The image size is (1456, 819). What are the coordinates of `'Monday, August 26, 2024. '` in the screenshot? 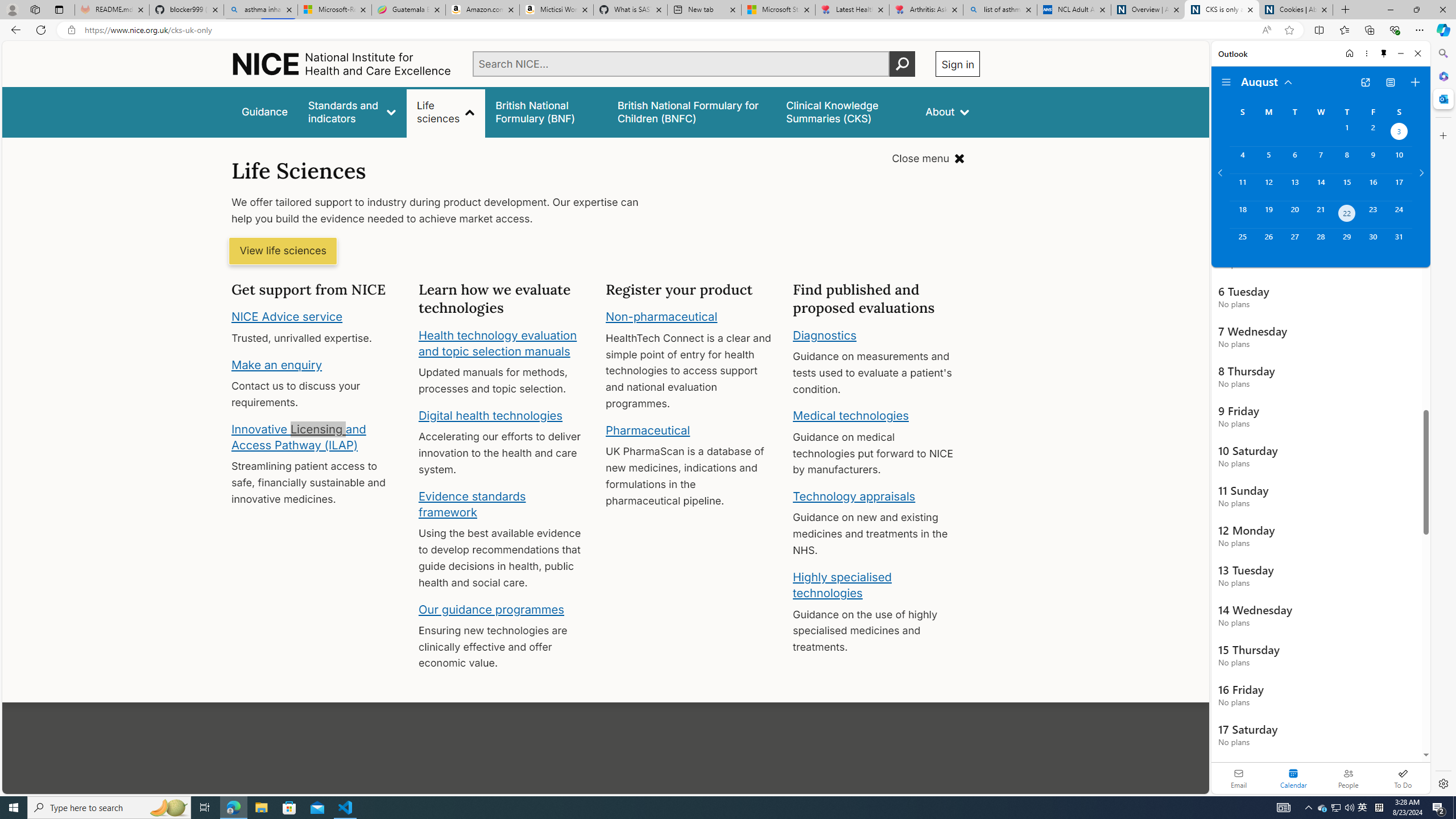 It's located at (1268, 242).